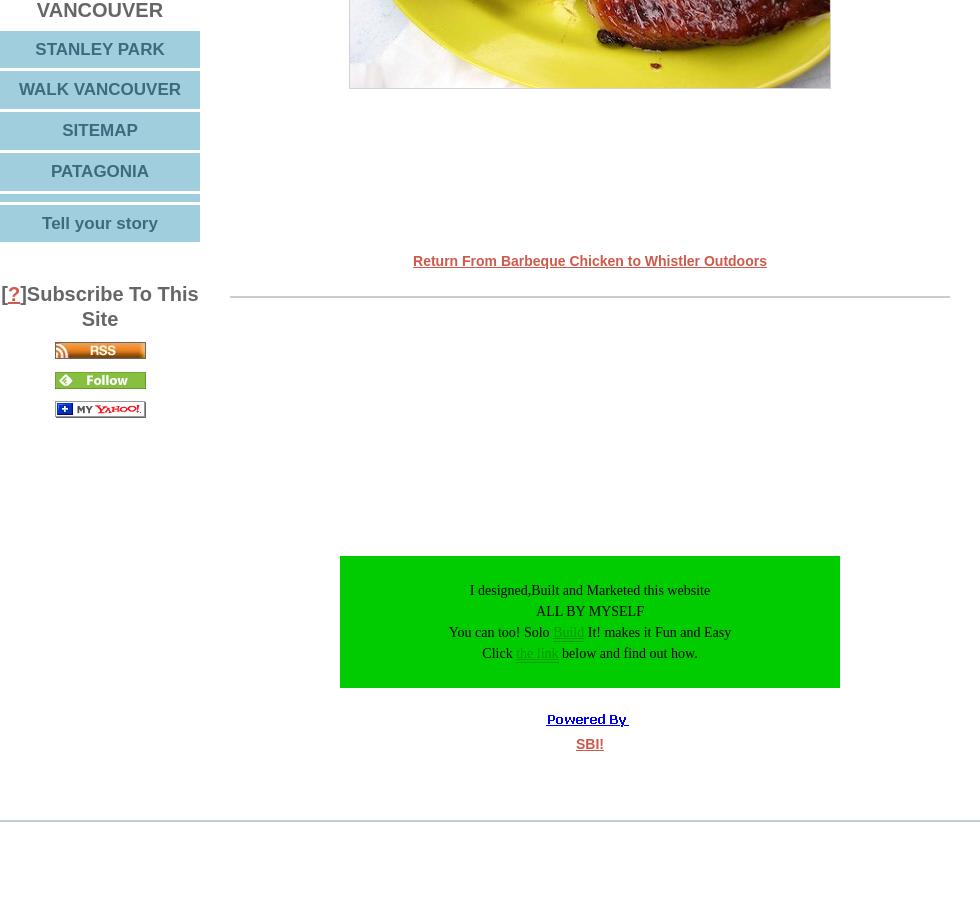 This screenshot has width=980, height=897. What do you see at coordinates (99, 88) in the screenshot?
I see `'WALK VANCOUVER'` at bounding box center [99, 88].